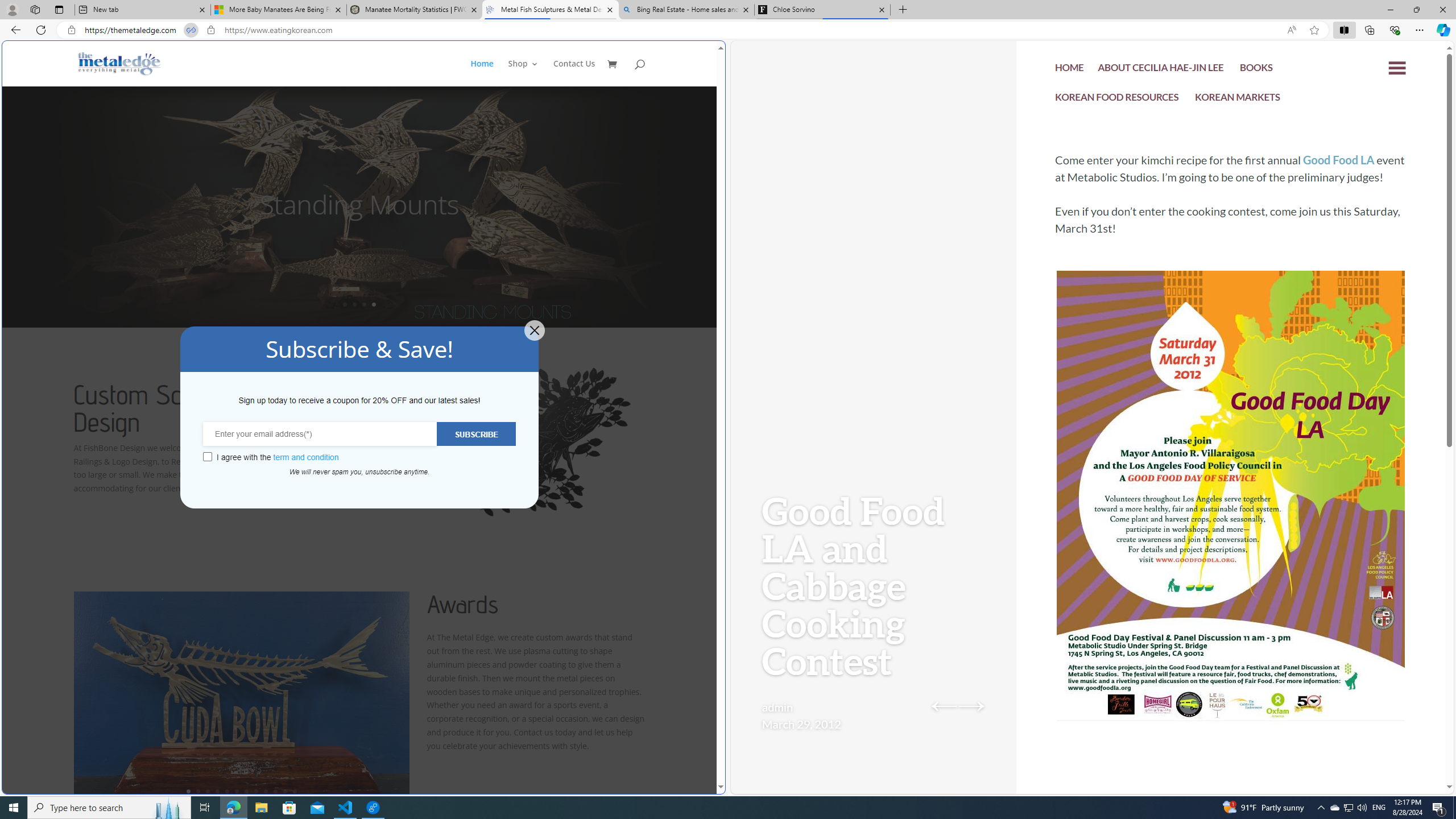  I want to click on 'Tabs in split screen', so click(190, 30).